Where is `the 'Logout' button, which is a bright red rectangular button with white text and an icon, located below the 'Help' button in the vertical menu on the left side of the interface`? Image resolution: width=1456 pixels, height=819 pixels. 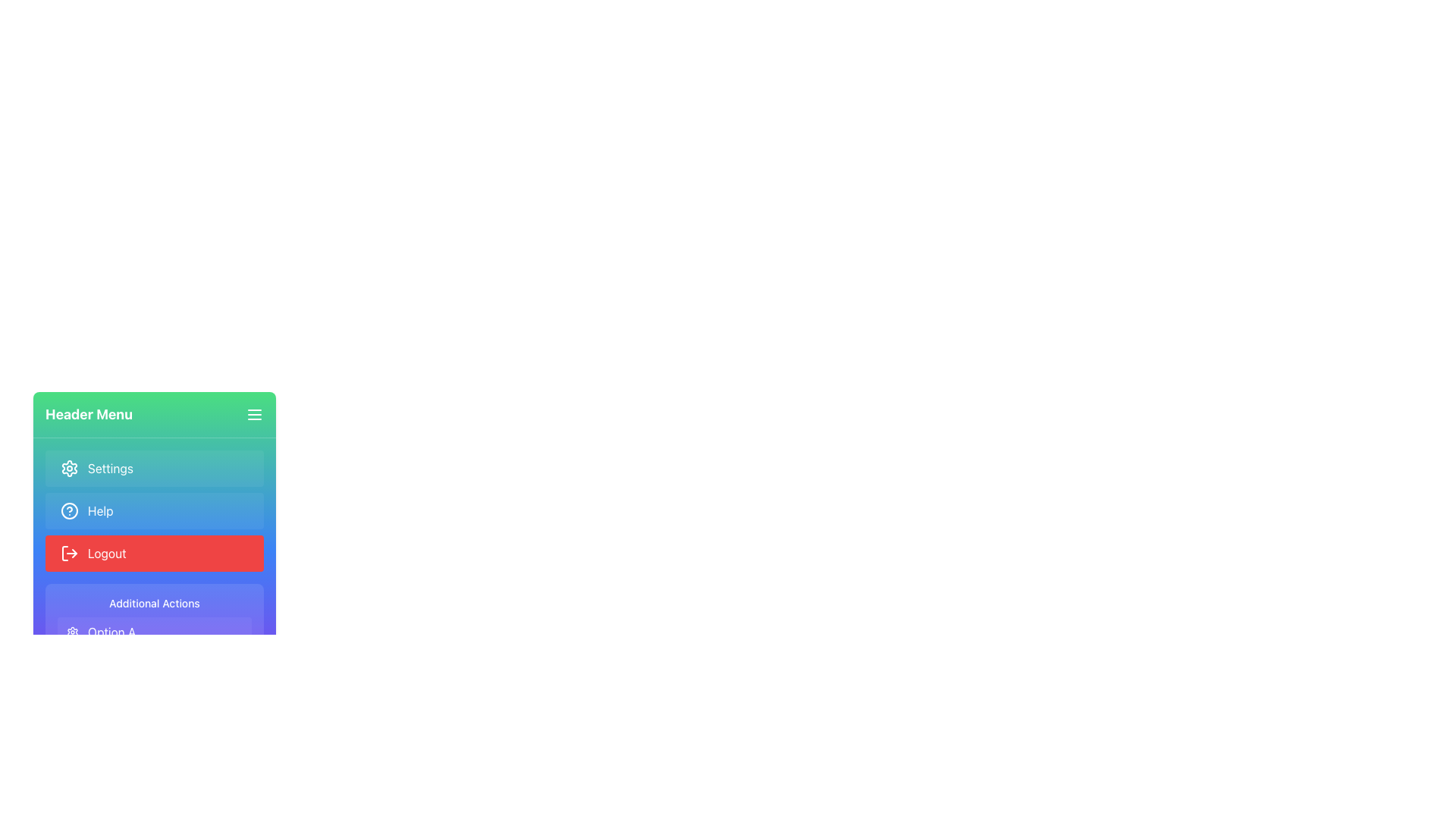
the 'Logout' button, which is a bright red rectangular button with white text and an icon, located below the 'Help' button in the vertical menu on the left side of the interface is located at coordinates (154, 550).